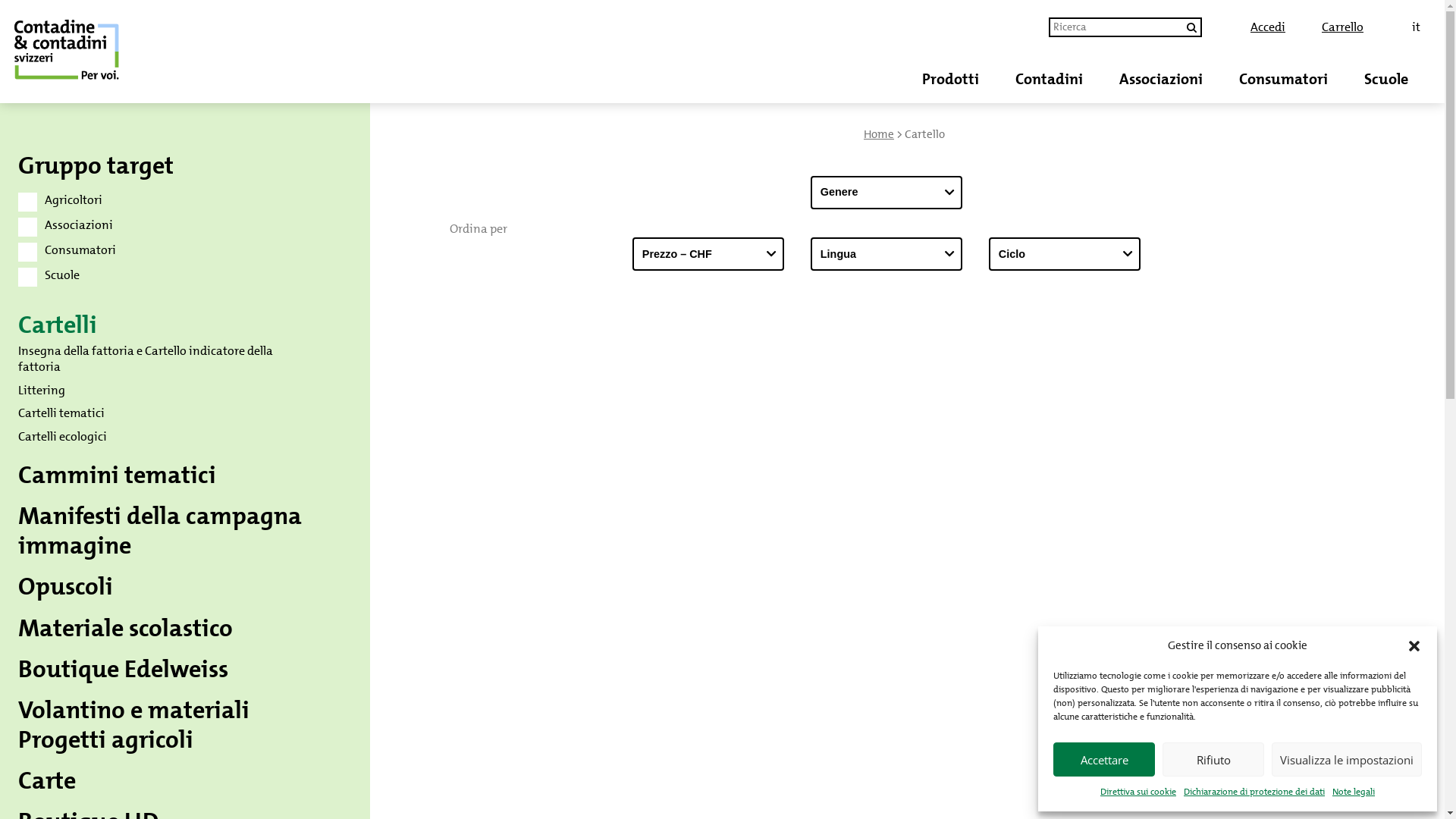 This screenshot has height=819, width=1456. What do you see at coordinates (64, 585) in the screenshot?
I see `'Opuscoli'` at bounding box center [64, 585].